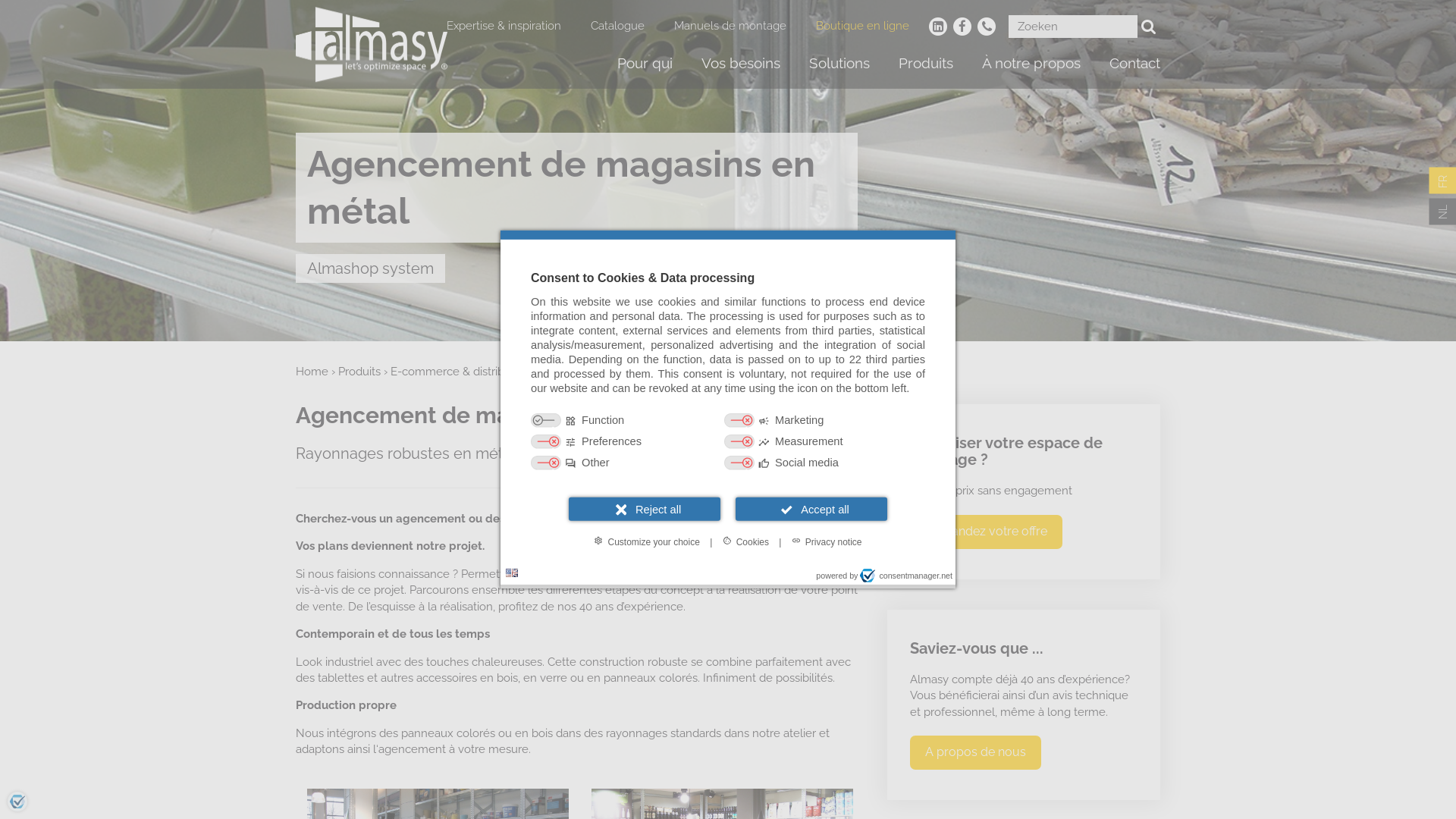  What do you see at coordinates (986, 531) in the screenshot?
I see `'Demandez votre offre'` at bounding box center [986, 531].